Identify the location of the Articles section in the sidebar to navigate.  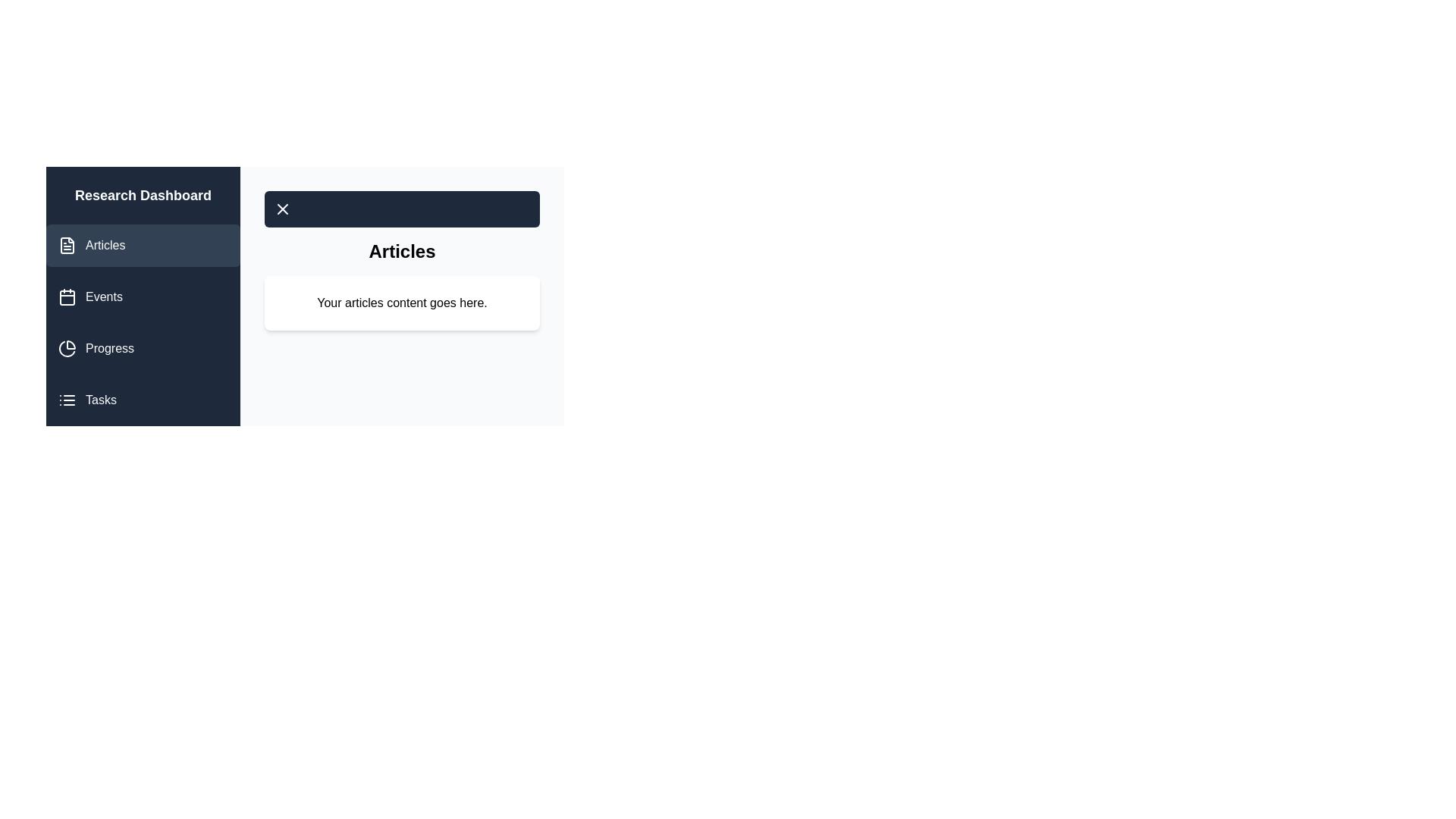
(143, 245).